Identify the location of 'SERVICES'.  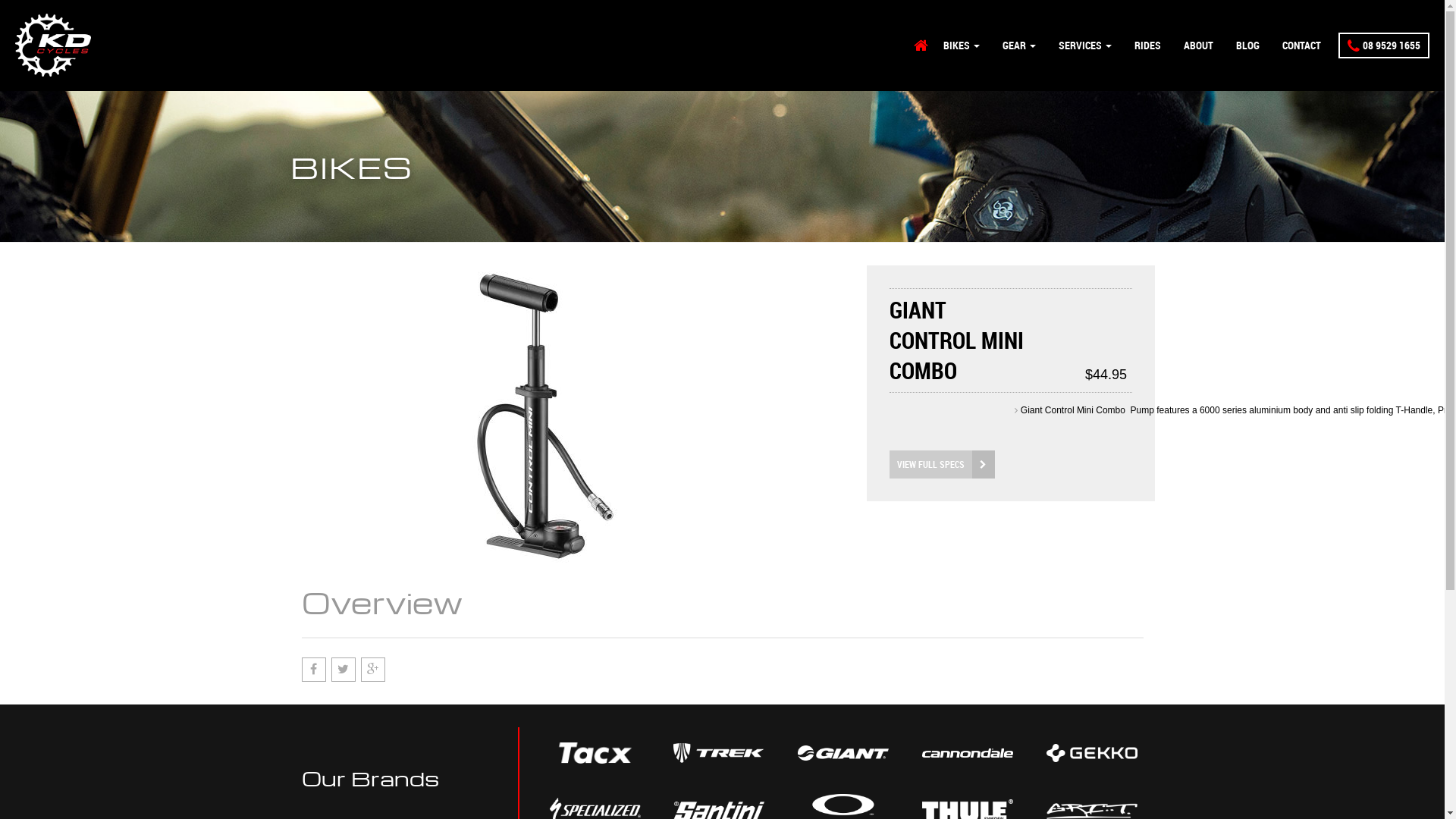
(1084, 45).